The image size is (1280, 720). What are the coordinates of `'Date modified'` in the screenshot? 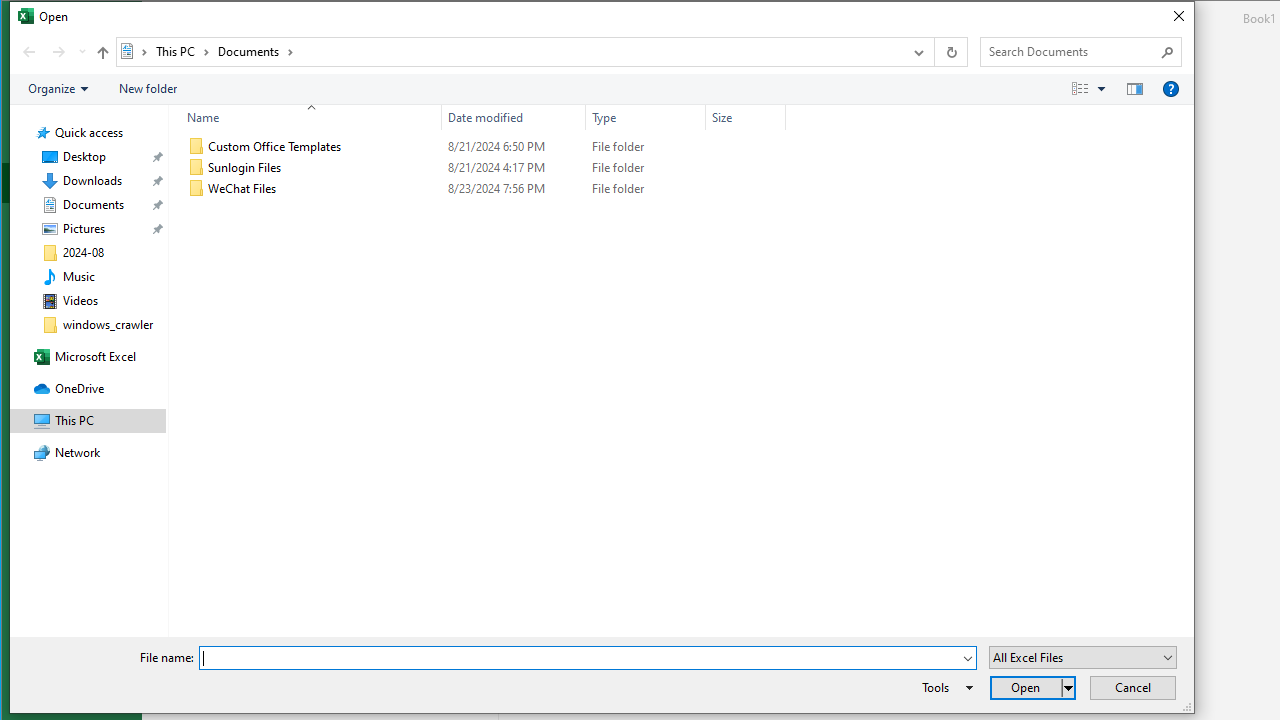 It's located at (513, 117).